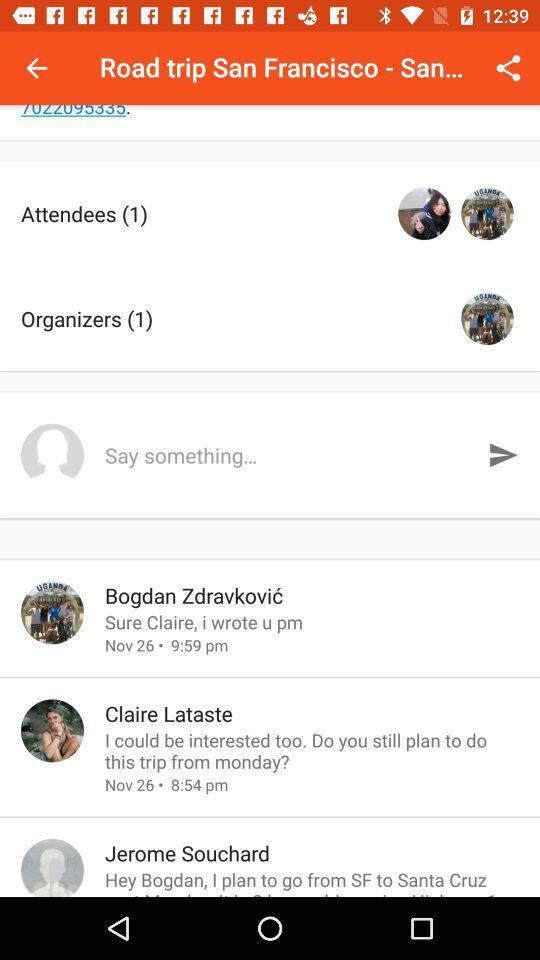 Image resolution: width=540 pixels, height=960 pixels. What do you see at coordinates (486, 213) in the screenshot?
I see `the icon second which is right to attendees1` at bounding box center [486, 213].